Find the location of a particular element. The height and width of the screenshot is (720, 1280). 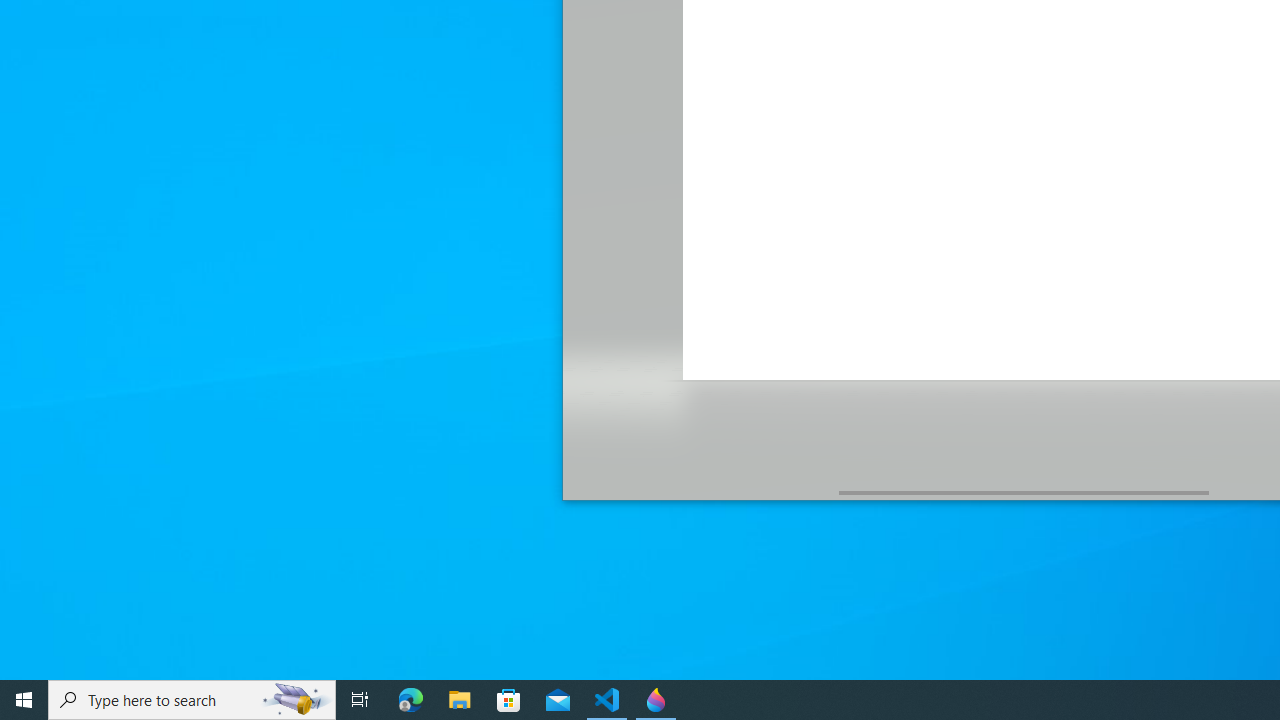

'Task View' is located at coordinates (359, 698).